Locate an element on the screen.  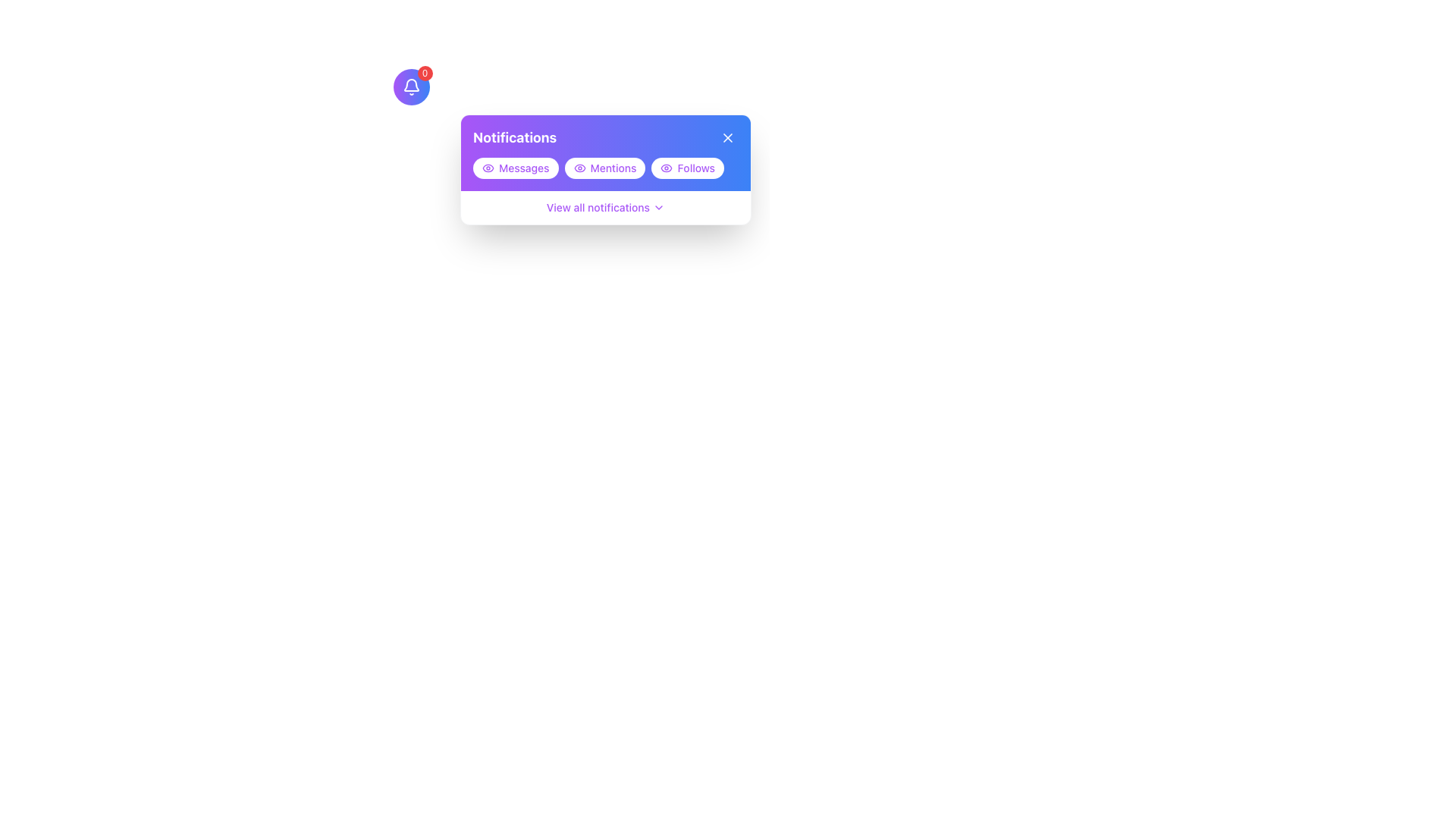
information displayed in the header area of the notification dropdown, which includes the main title and quick links for filtering notifications is located at coordinates (604, 152).